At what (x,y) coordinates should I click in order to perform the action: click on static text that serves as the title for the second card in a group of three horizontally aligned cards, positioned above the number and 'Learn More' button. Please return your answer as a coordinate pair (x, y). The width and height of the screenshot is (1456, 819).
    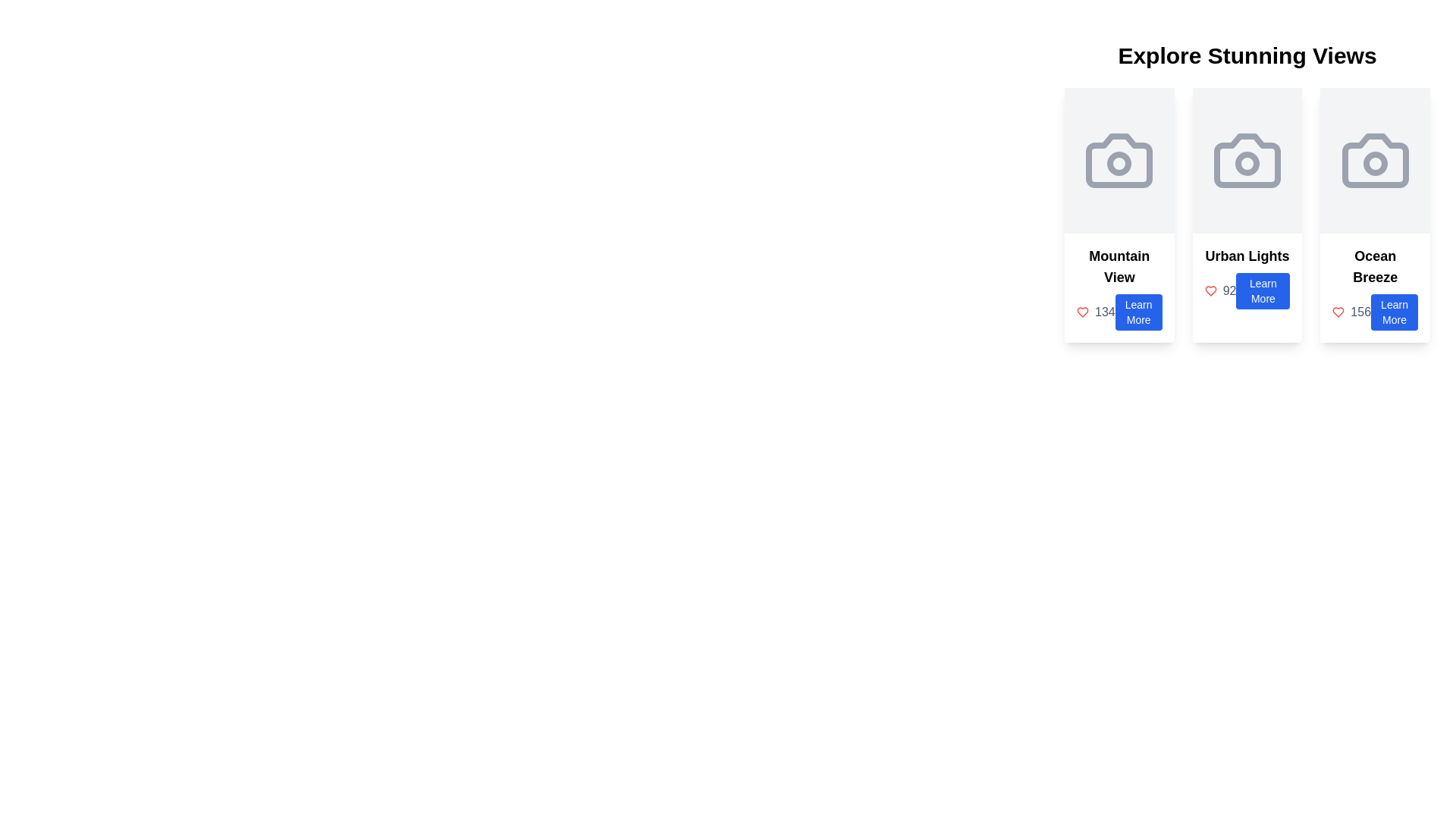
    Looking at the image, I should click on (1247, 256).